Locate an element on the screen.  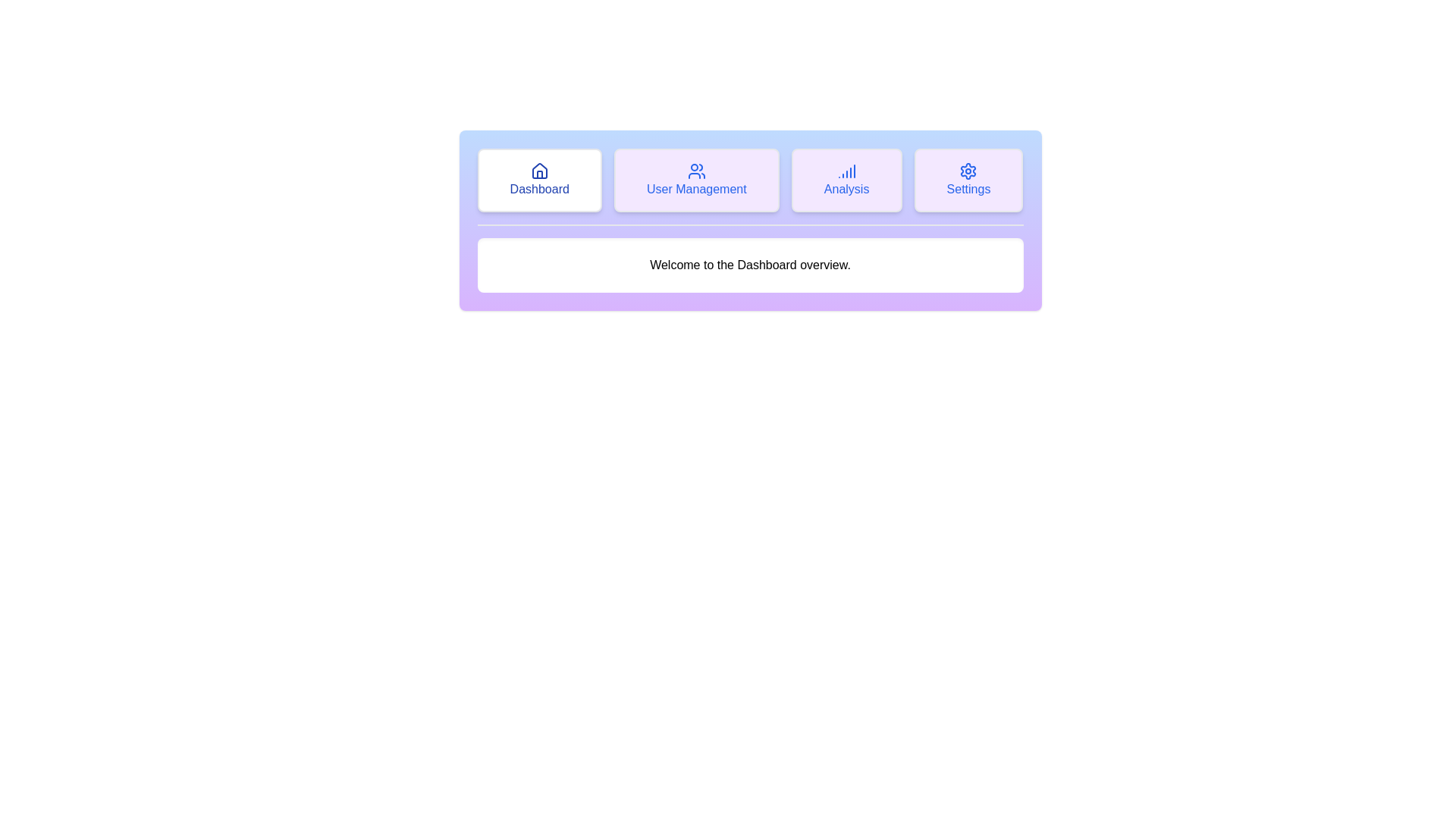
the 'Dashboard' static text label, which is styled in blue sans-serif font and located below the house icon in the navigation card layout is located at coordinates (539, 189).